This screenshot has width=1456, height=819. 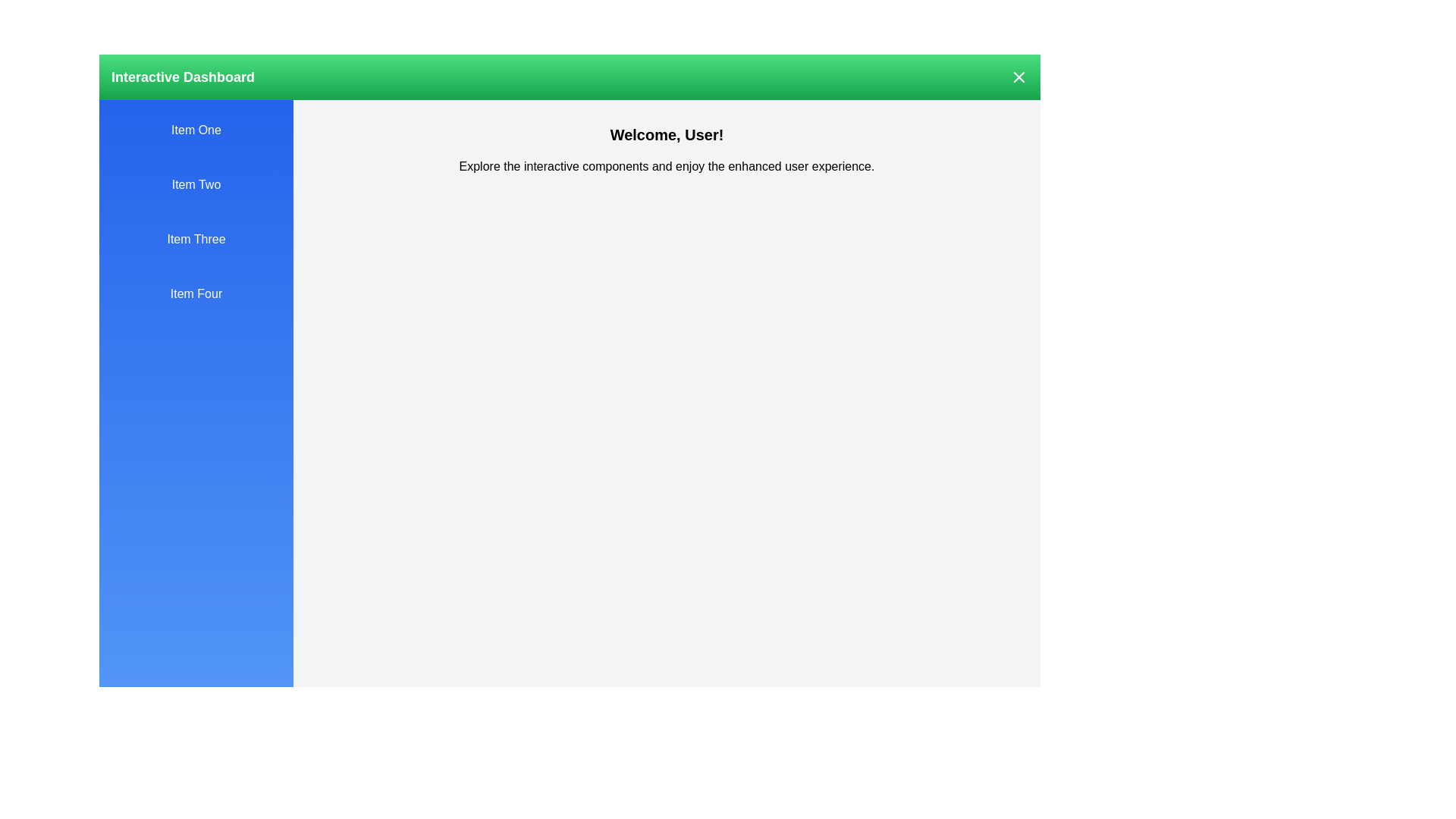 I want to click on the drawer item labeled Item One, so click(x=196, y=130).